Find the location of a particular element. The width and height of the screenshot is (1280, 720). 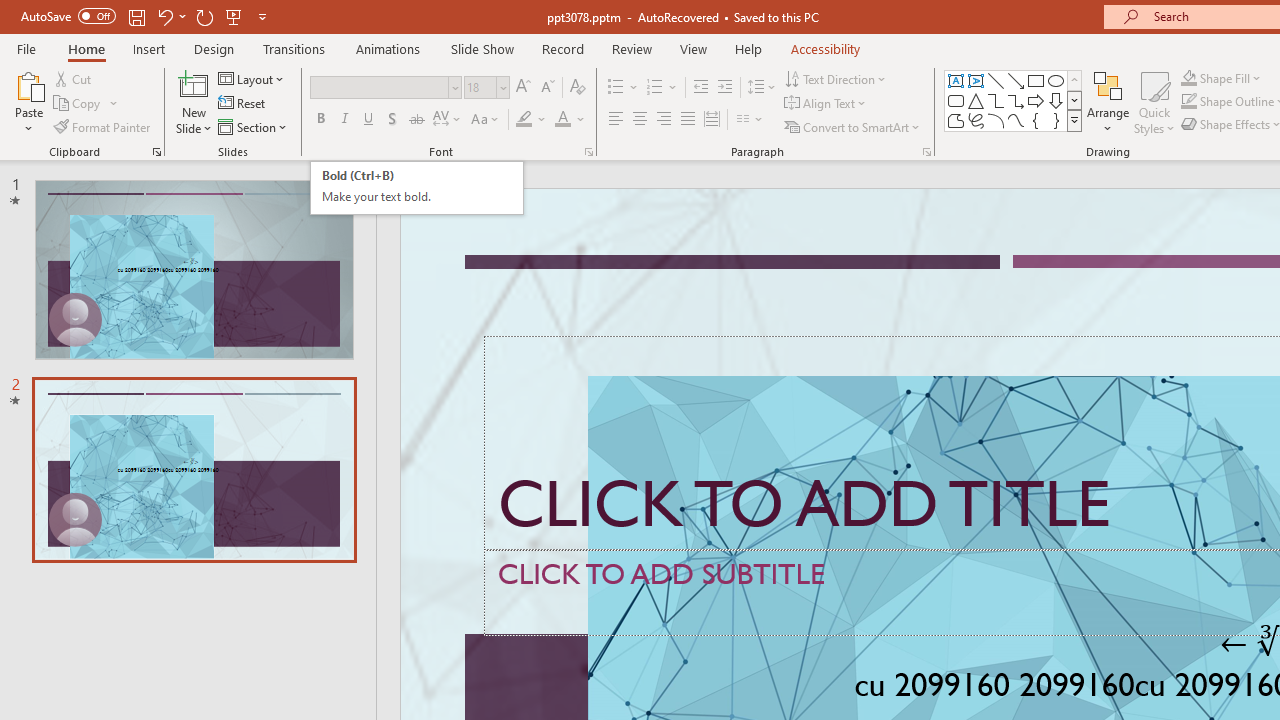

'Arrow: Right' is located at coordinates (1036, 100).